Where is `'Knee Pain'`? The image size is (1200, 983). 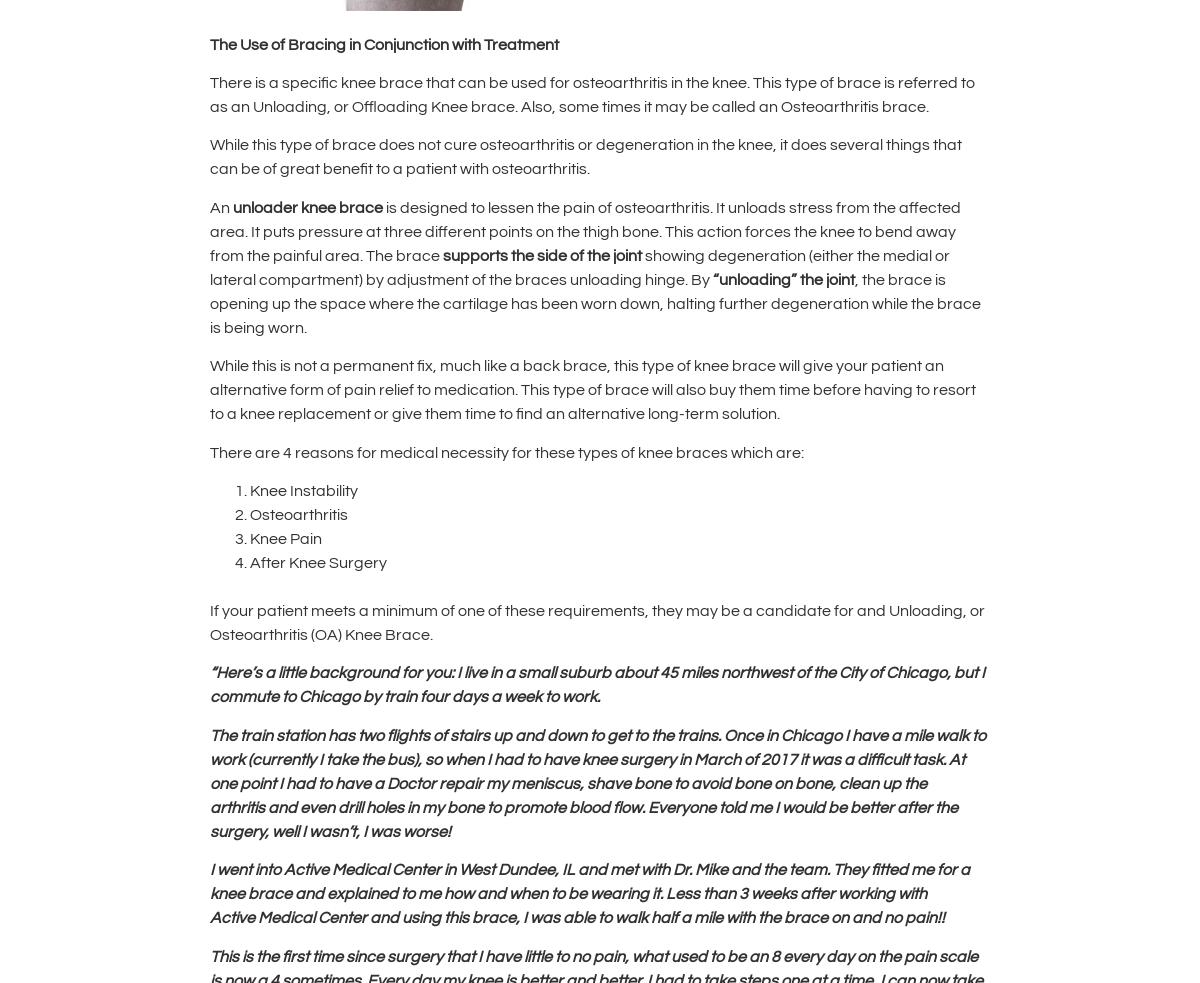 'Knee Pain' is located at coordinates (284, 537).